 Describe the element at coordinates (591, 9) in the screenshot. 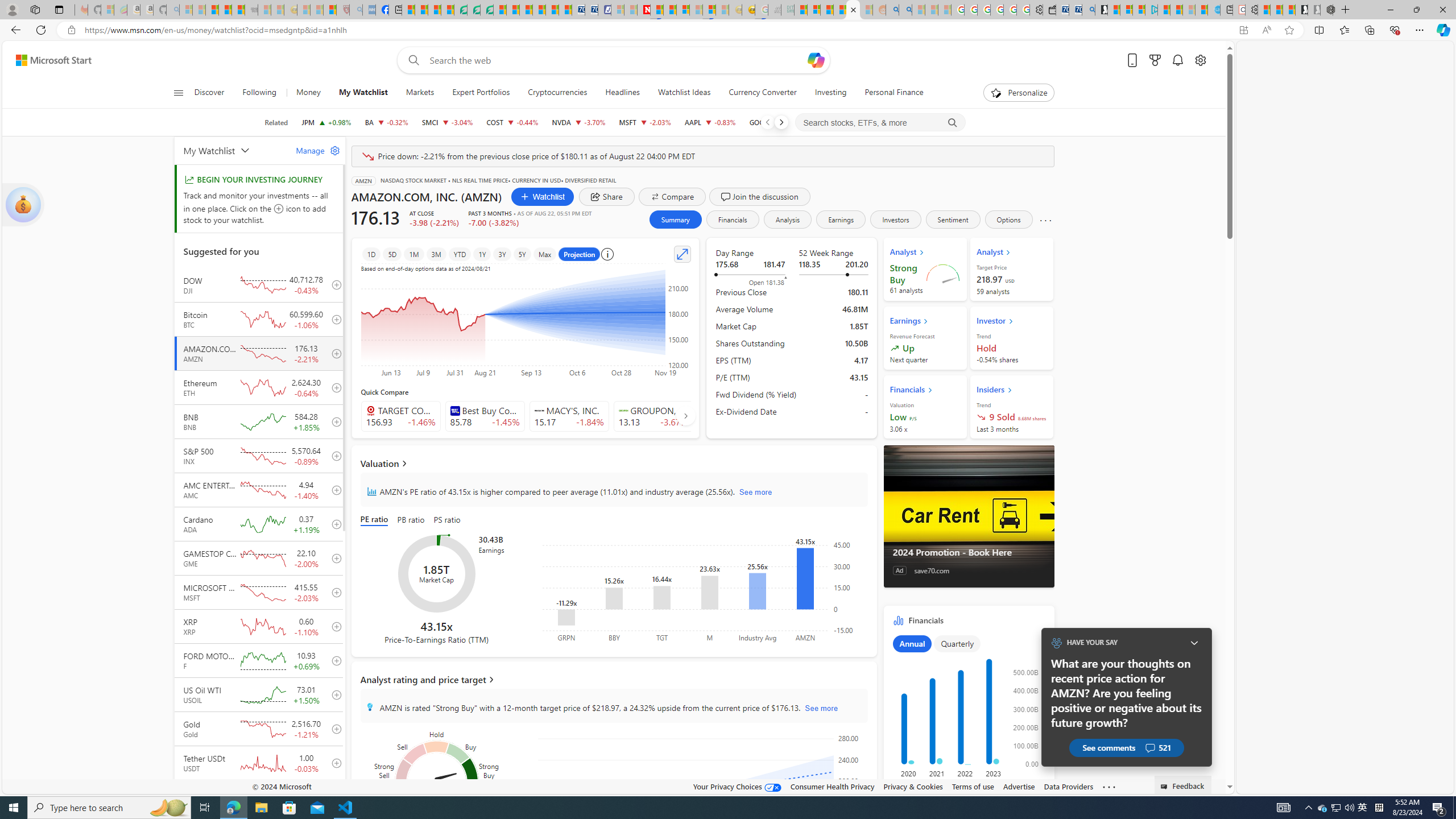

I see `'Cheap Hotels - Save70.com'` at that location.